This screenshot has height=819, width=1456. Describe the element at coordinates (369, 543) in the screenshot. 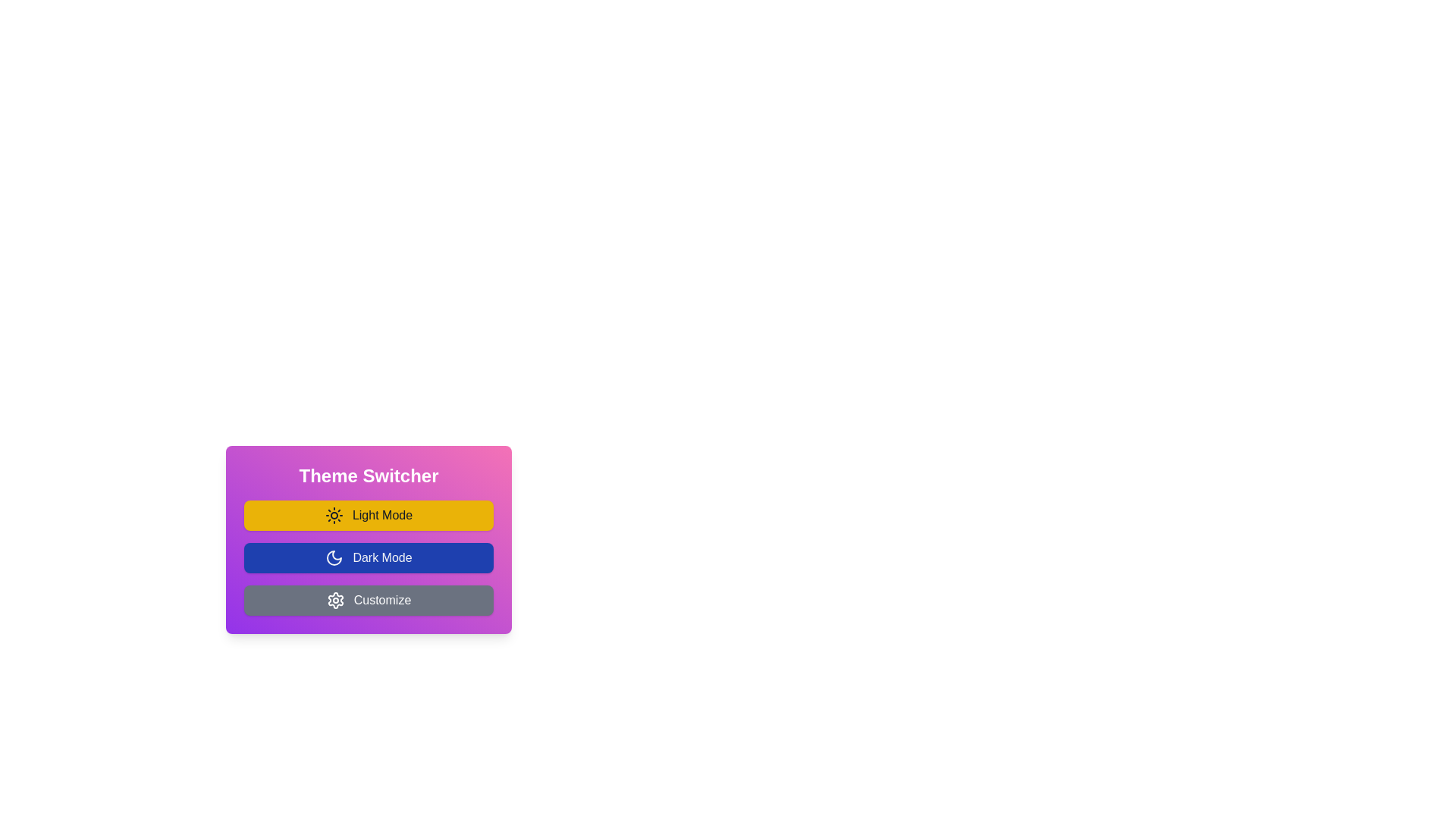

I see `the 'Dark Mode' button, which has a blue background and a white crescent moon icon` at that location.